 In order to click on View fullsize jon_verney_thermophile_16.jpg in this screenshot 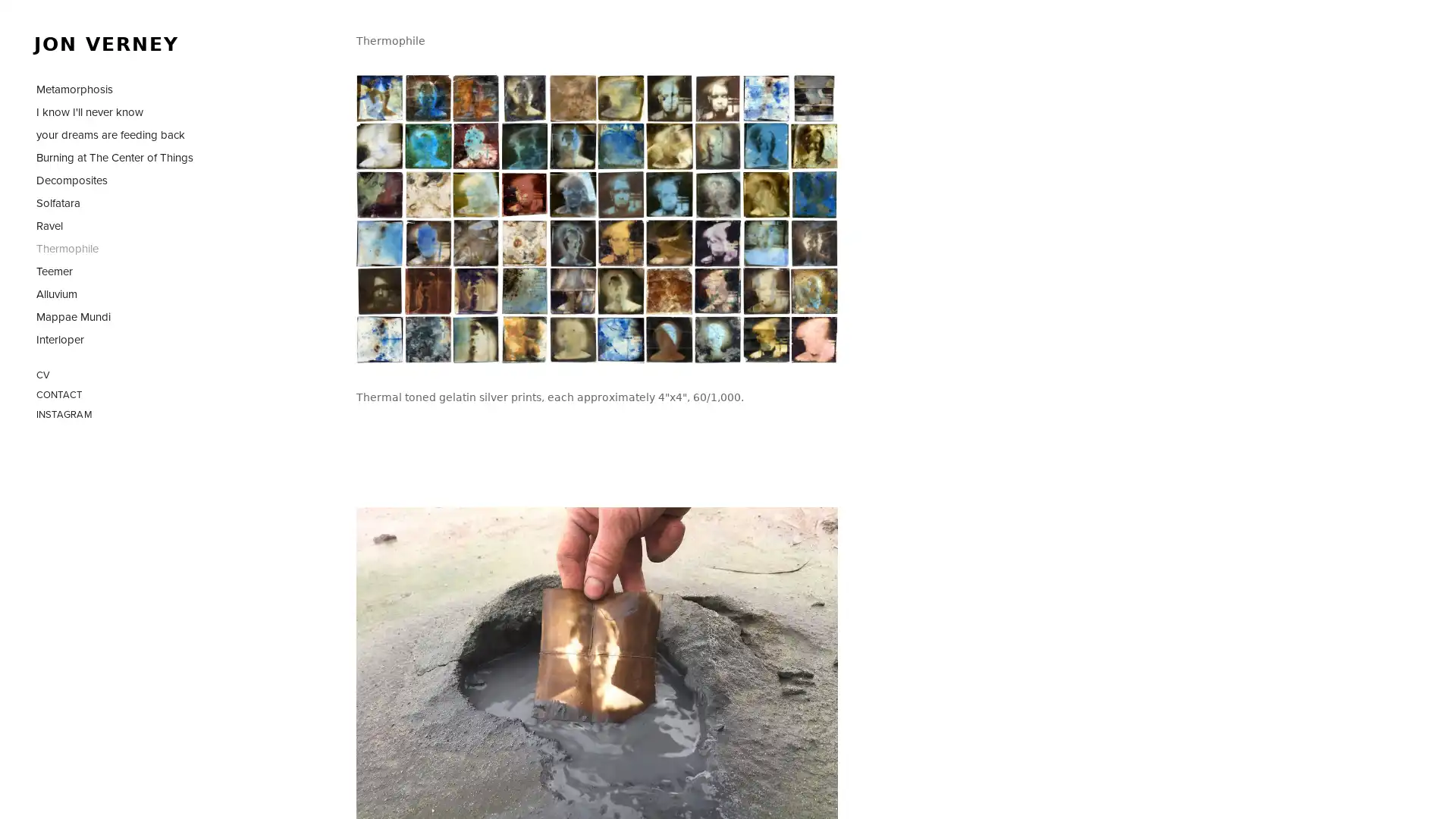, I will do `click(668, 193)`.